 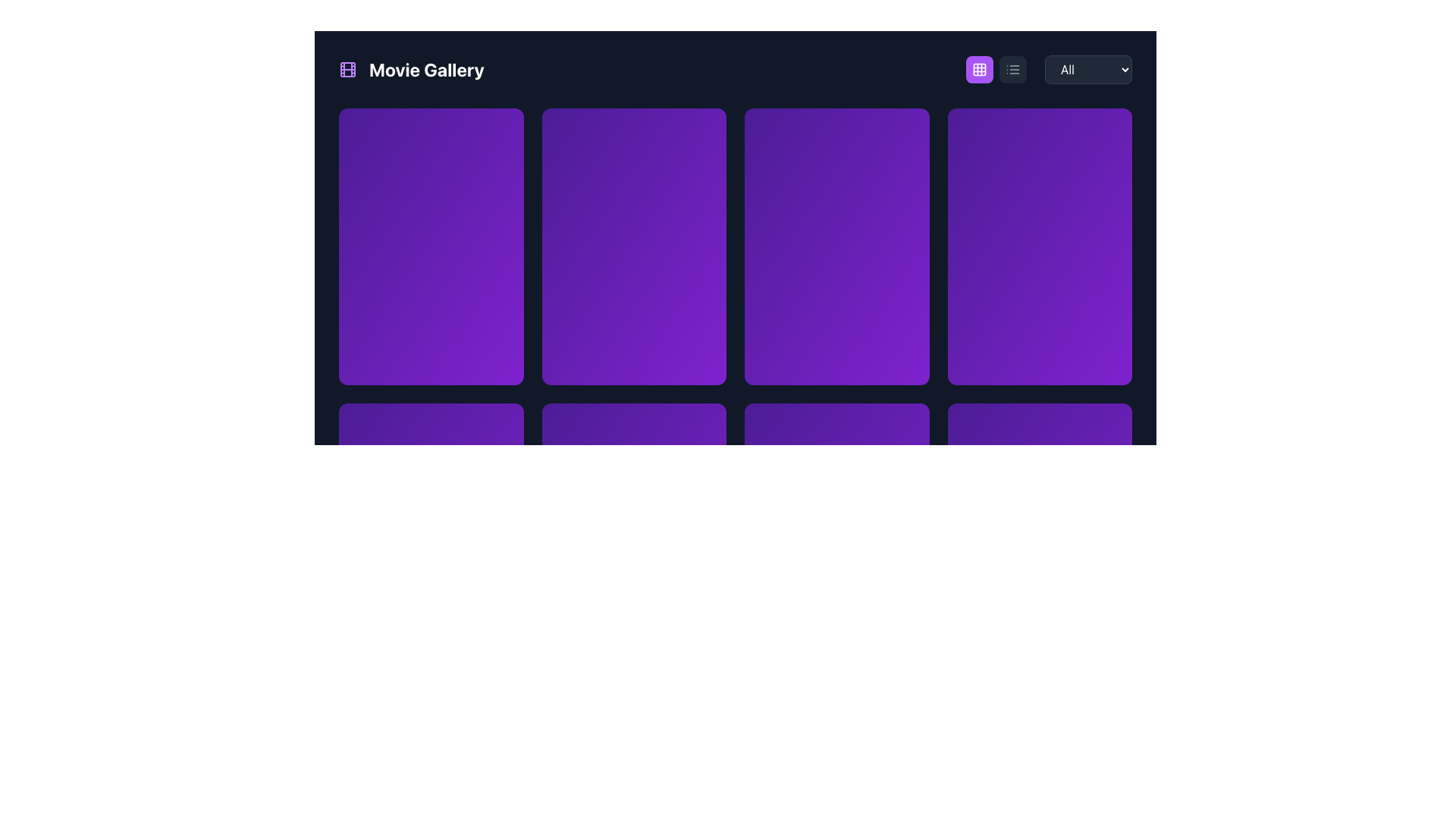 What do you see at coordinates (347, 70) in the screenshot?
I see `the graphic representation of the small, purple-colored SVG filmstrip icon located to the left of the 'Movie Gallery' text` at bounding box center [347, 70].